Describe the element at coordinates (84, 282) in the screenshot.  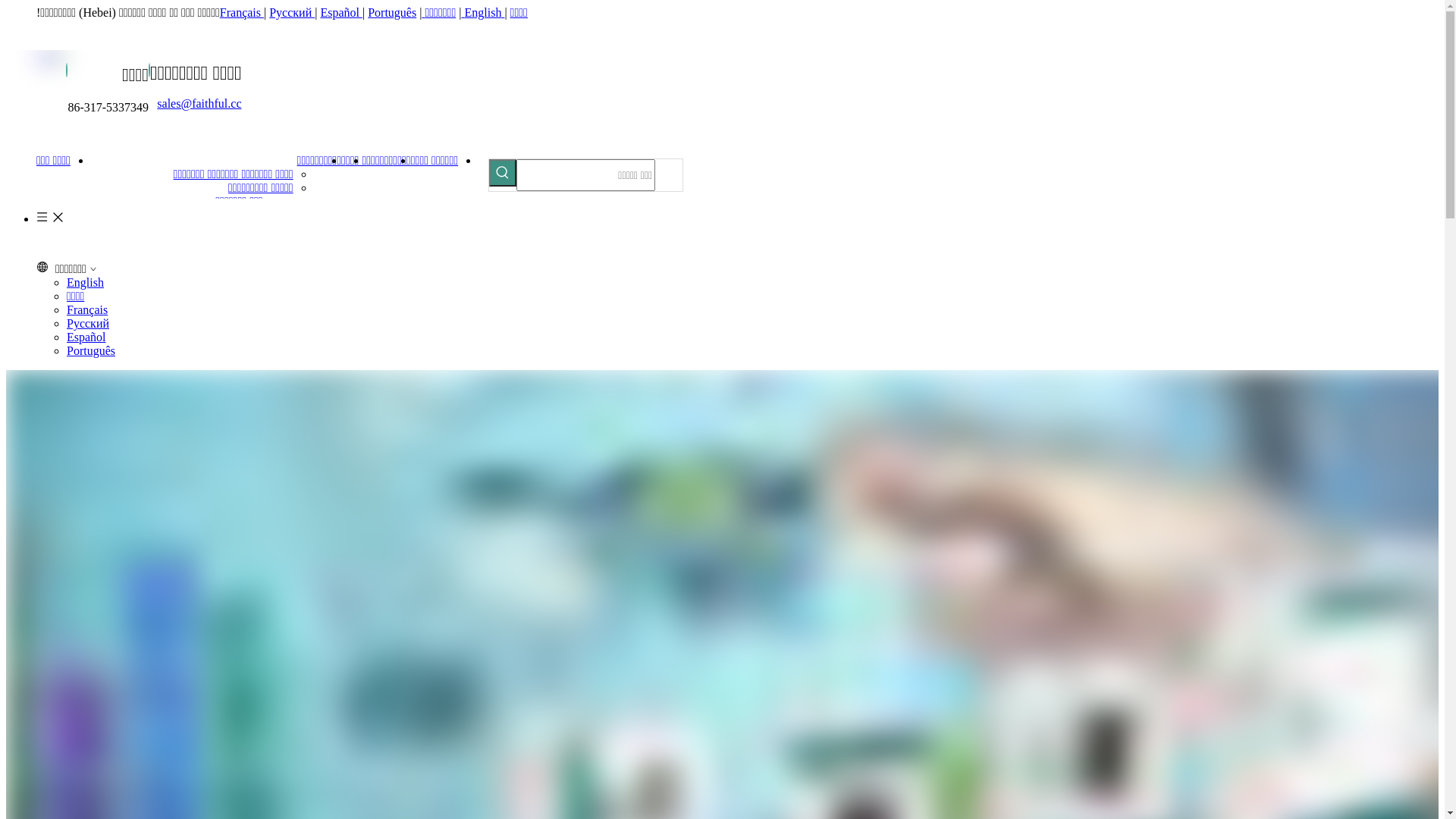
I see `'English'` at that location.